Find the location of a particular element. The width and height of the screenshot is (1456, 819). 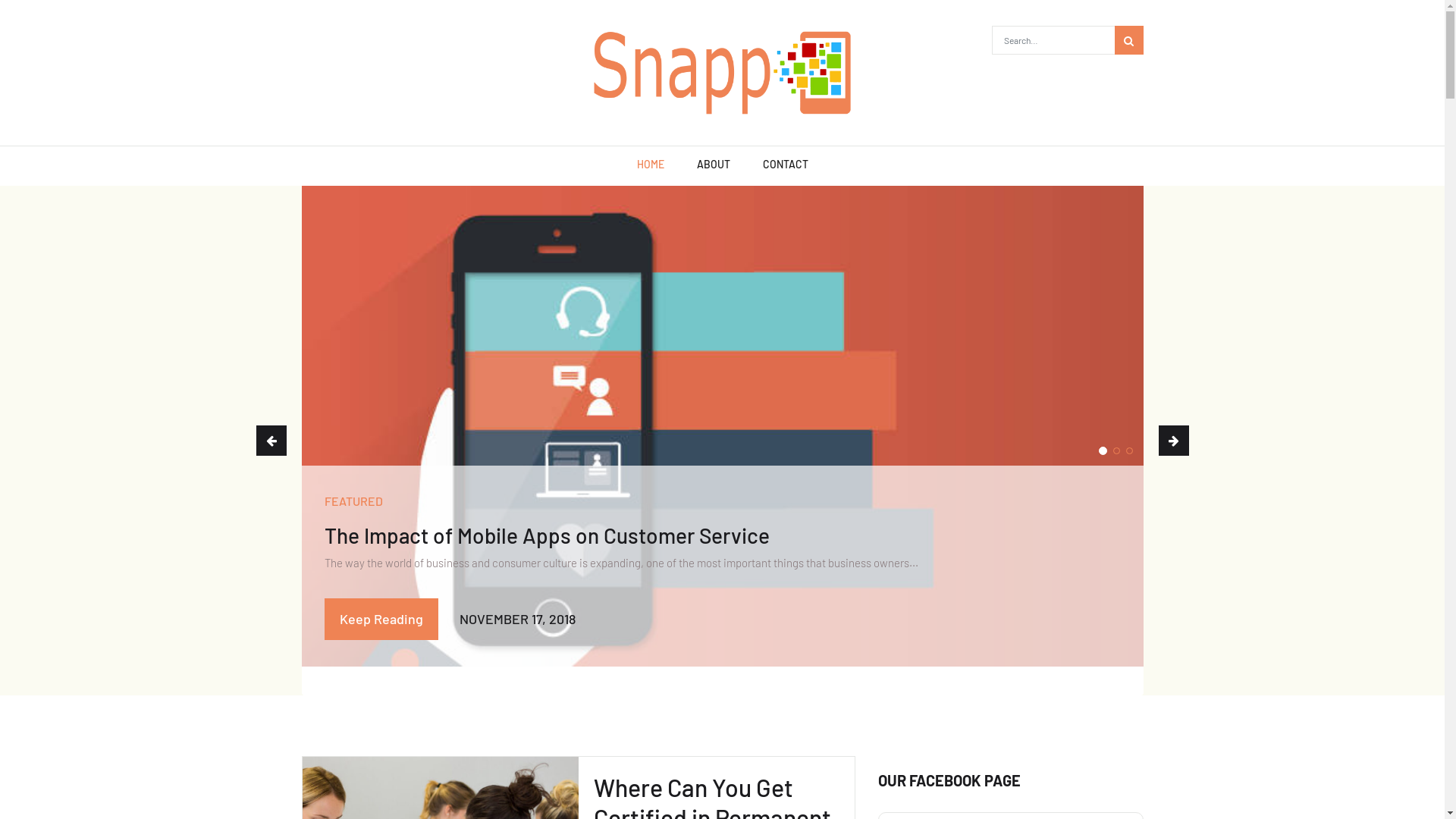

'FEATURED' is located at coordinates (353, 500).